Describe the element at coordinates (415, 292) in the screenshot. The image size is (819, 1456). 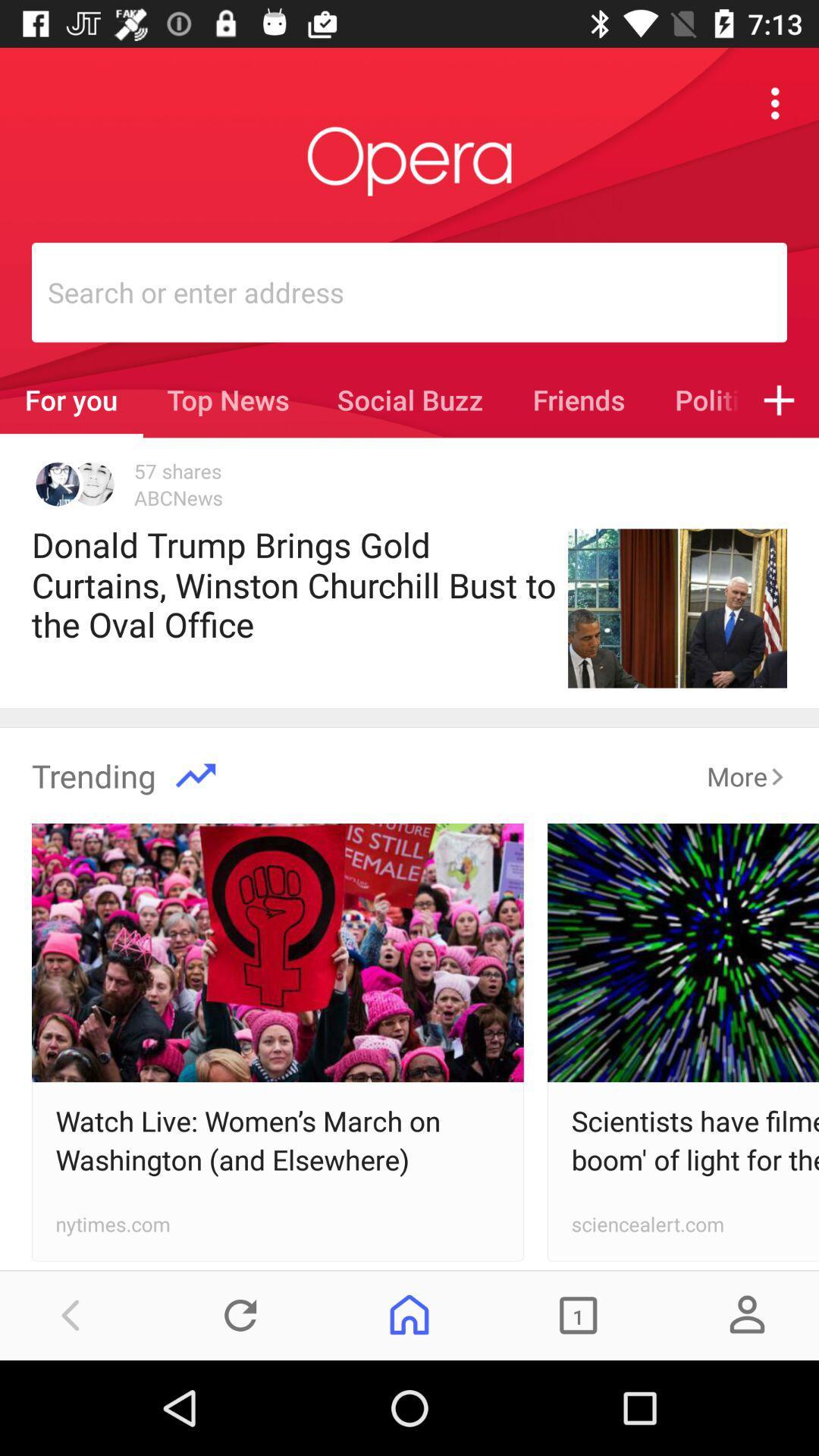
I see `the search box` at that location.